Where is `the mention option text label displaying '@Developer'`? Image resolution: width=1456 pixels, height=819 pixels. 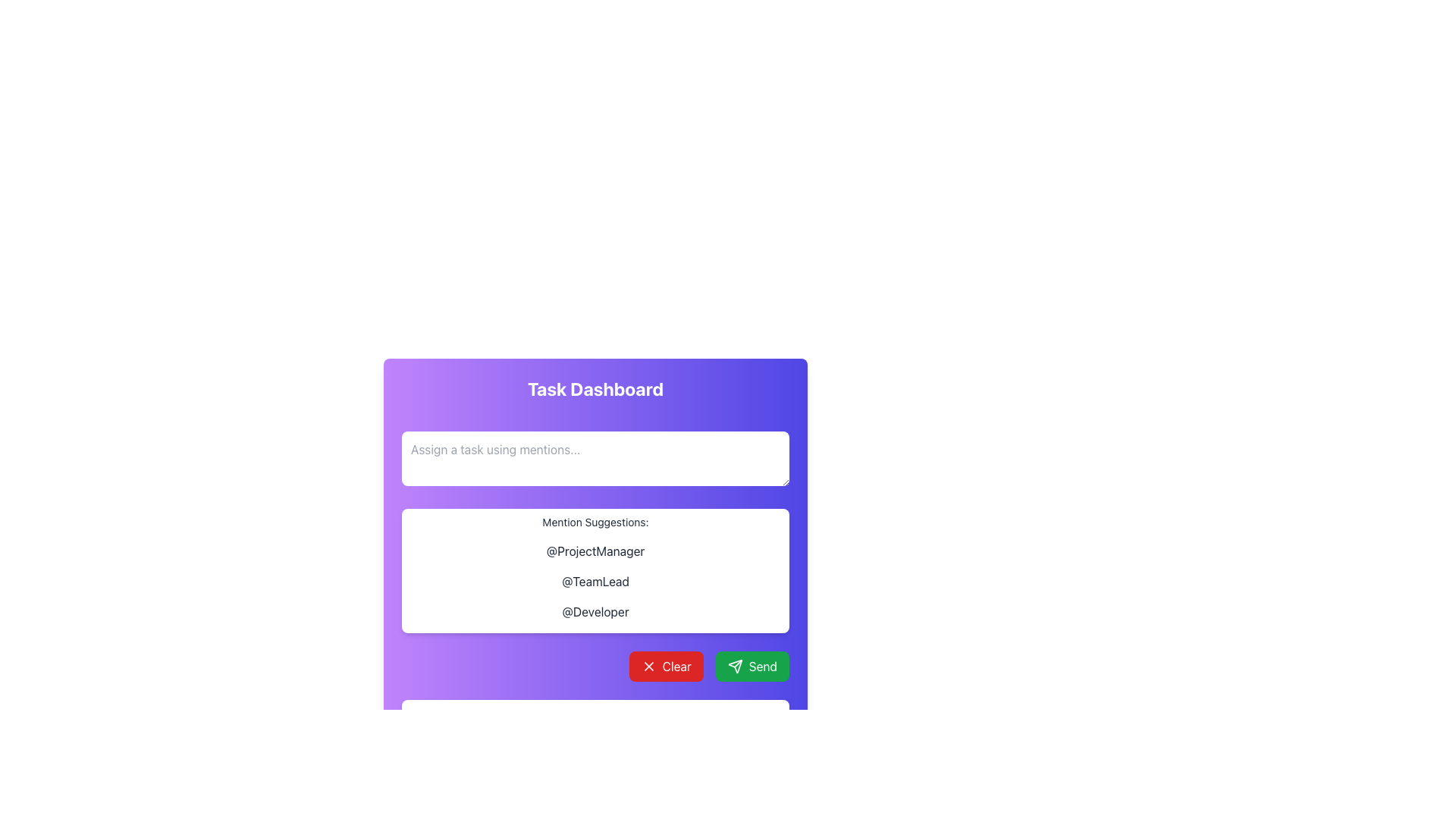
the mention option text label displaying '@Developer' is located at coordinates (595, 610).